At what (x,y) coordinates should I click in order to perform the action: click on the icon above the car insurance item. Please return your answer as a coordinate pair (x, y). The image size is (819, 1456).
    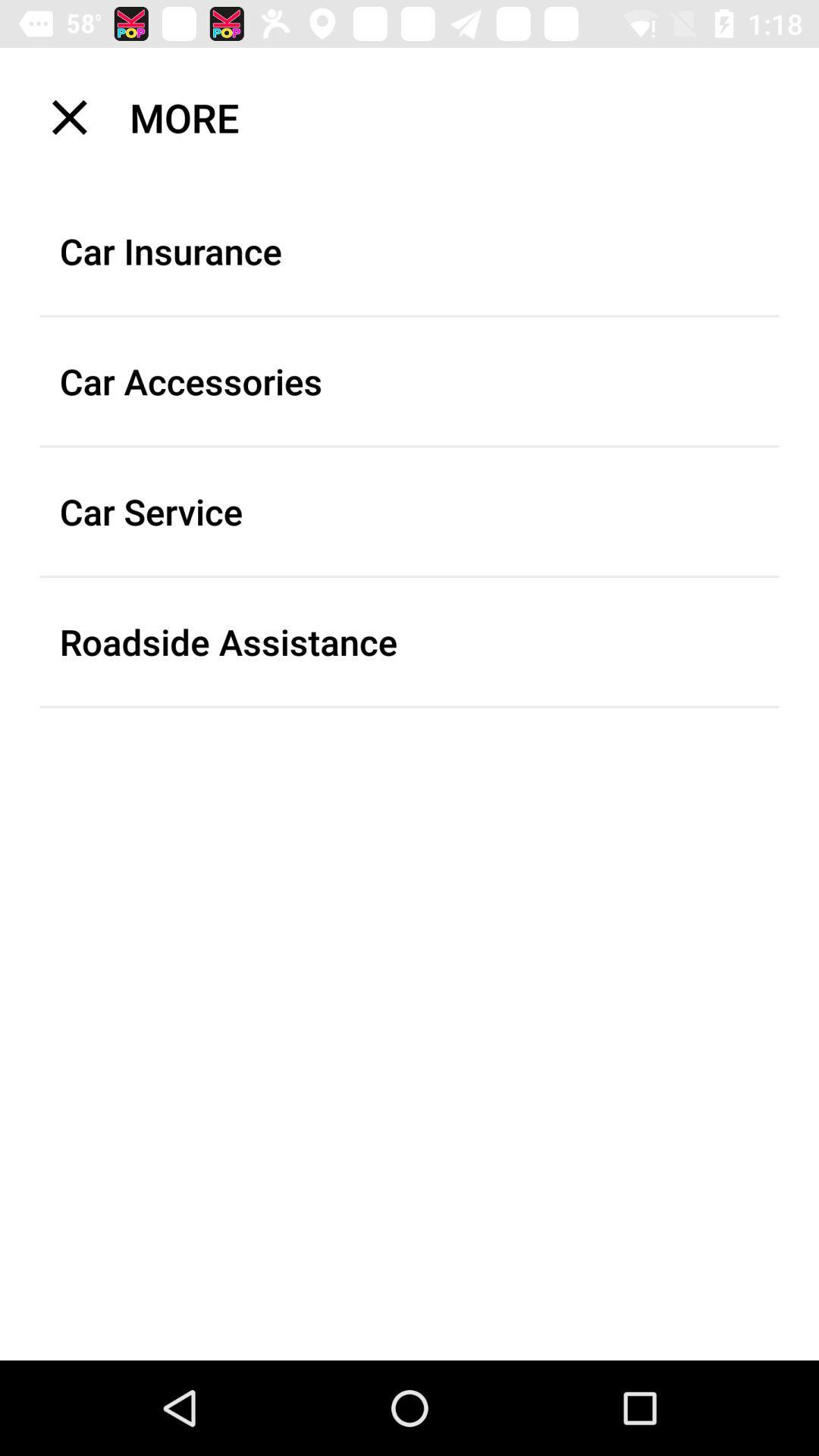
    Looking at the image, I should click on (419, 116).